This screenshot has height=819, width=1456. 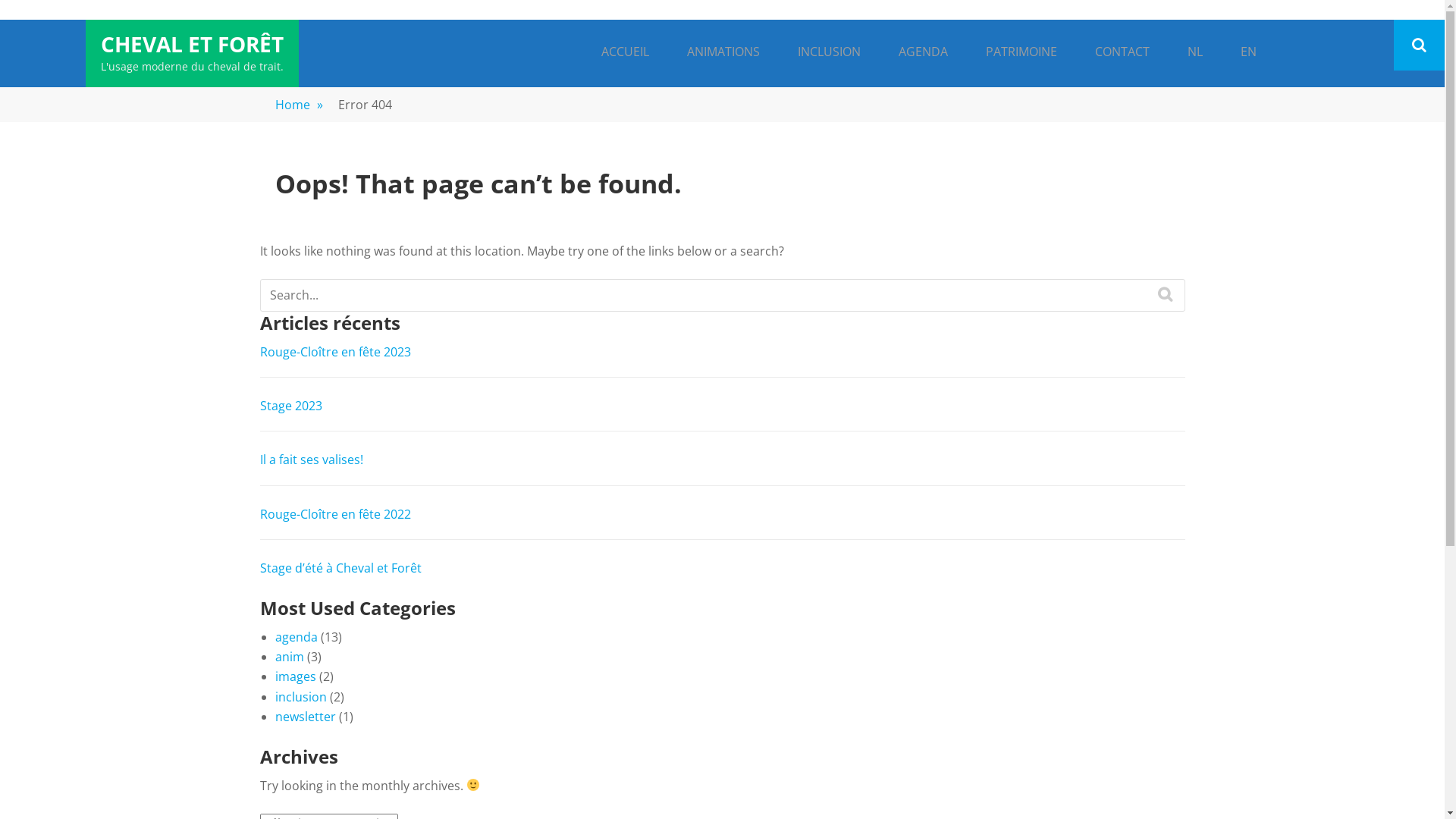 I want to click on 'Il a fait ses valises!', so click(x=309, y=458).